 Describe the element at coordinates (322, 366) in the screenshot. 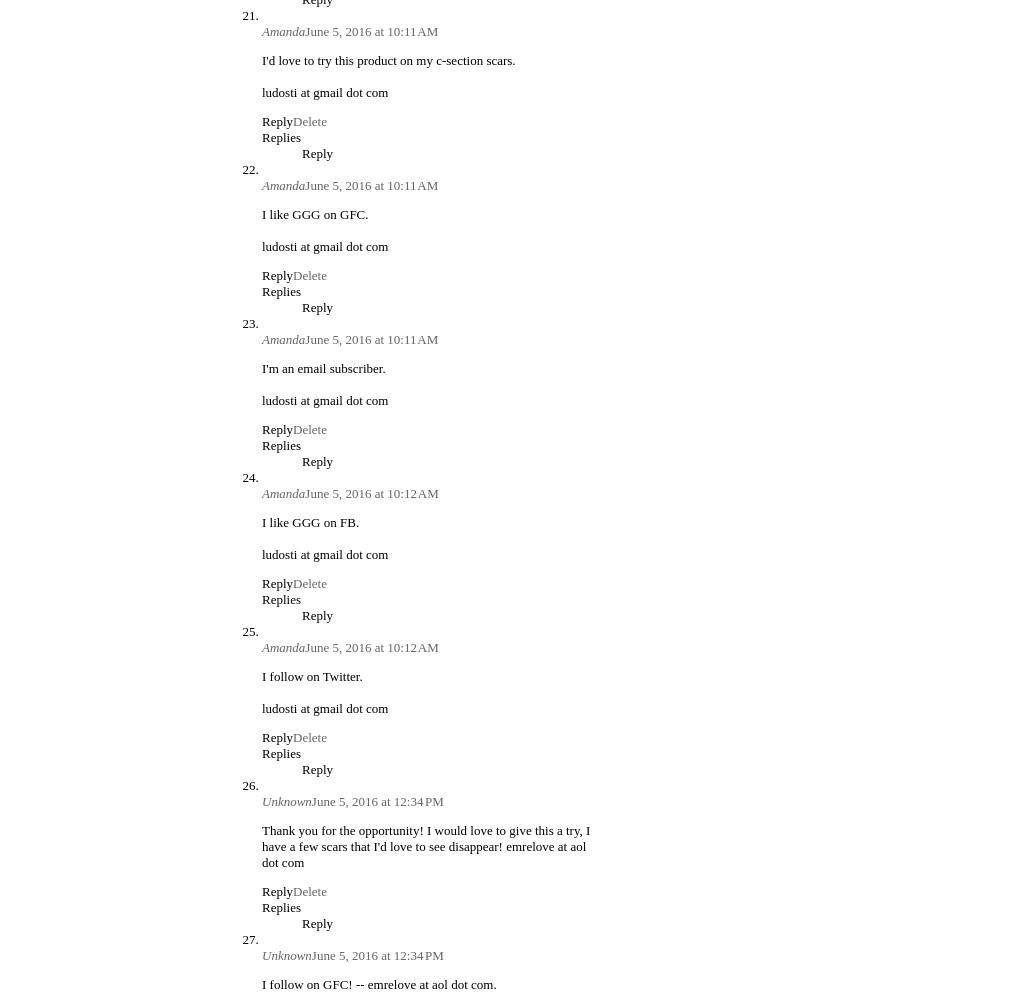

I see `'I'm an email subscriber.'` at that location.